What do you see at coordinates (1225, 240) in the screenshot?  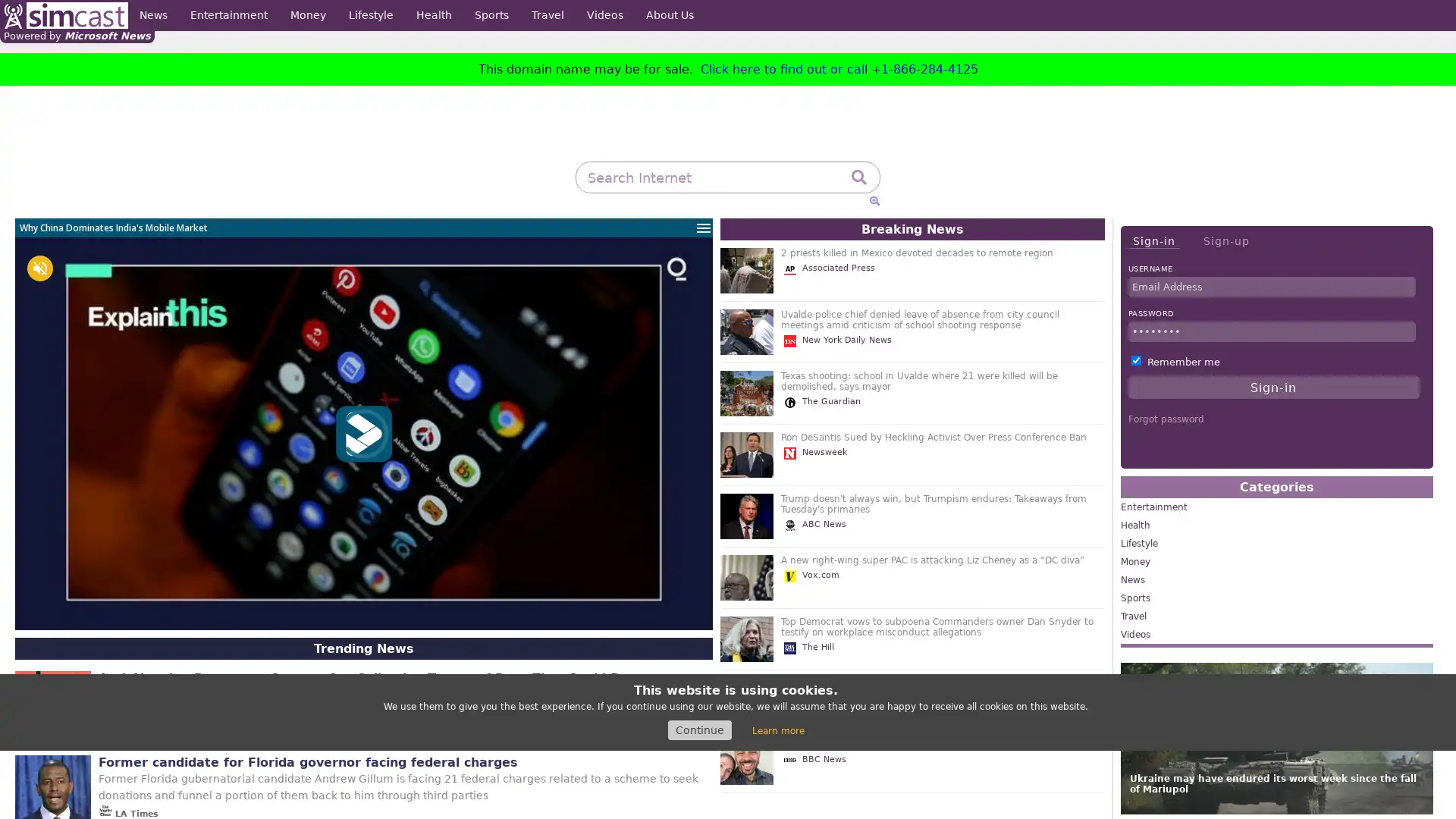 I see `Sign-up` at bounding box center [1225, 240].